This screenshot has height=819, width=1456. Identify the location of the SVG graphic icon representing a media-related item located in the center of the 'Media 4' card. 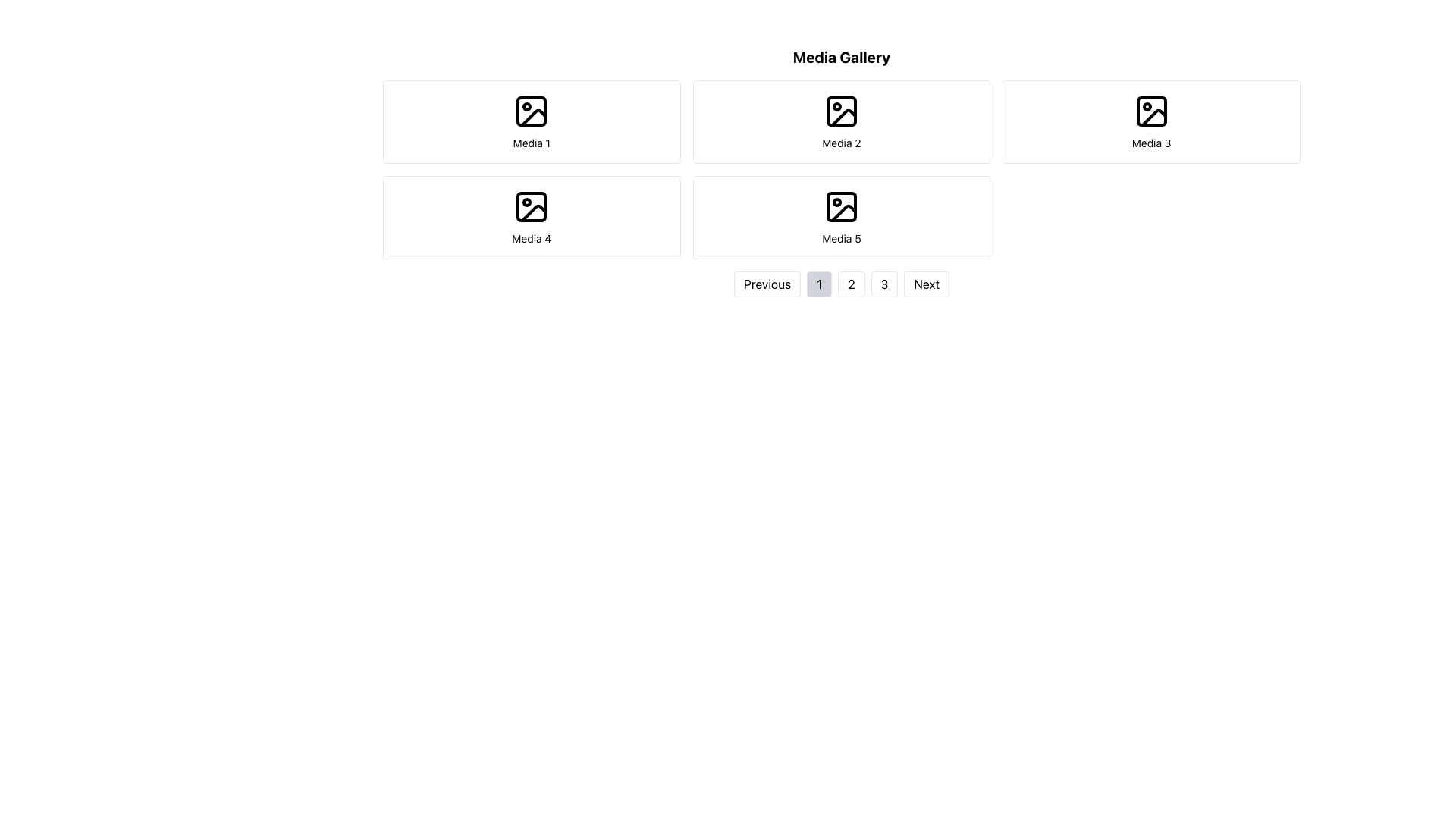
(532, 207).